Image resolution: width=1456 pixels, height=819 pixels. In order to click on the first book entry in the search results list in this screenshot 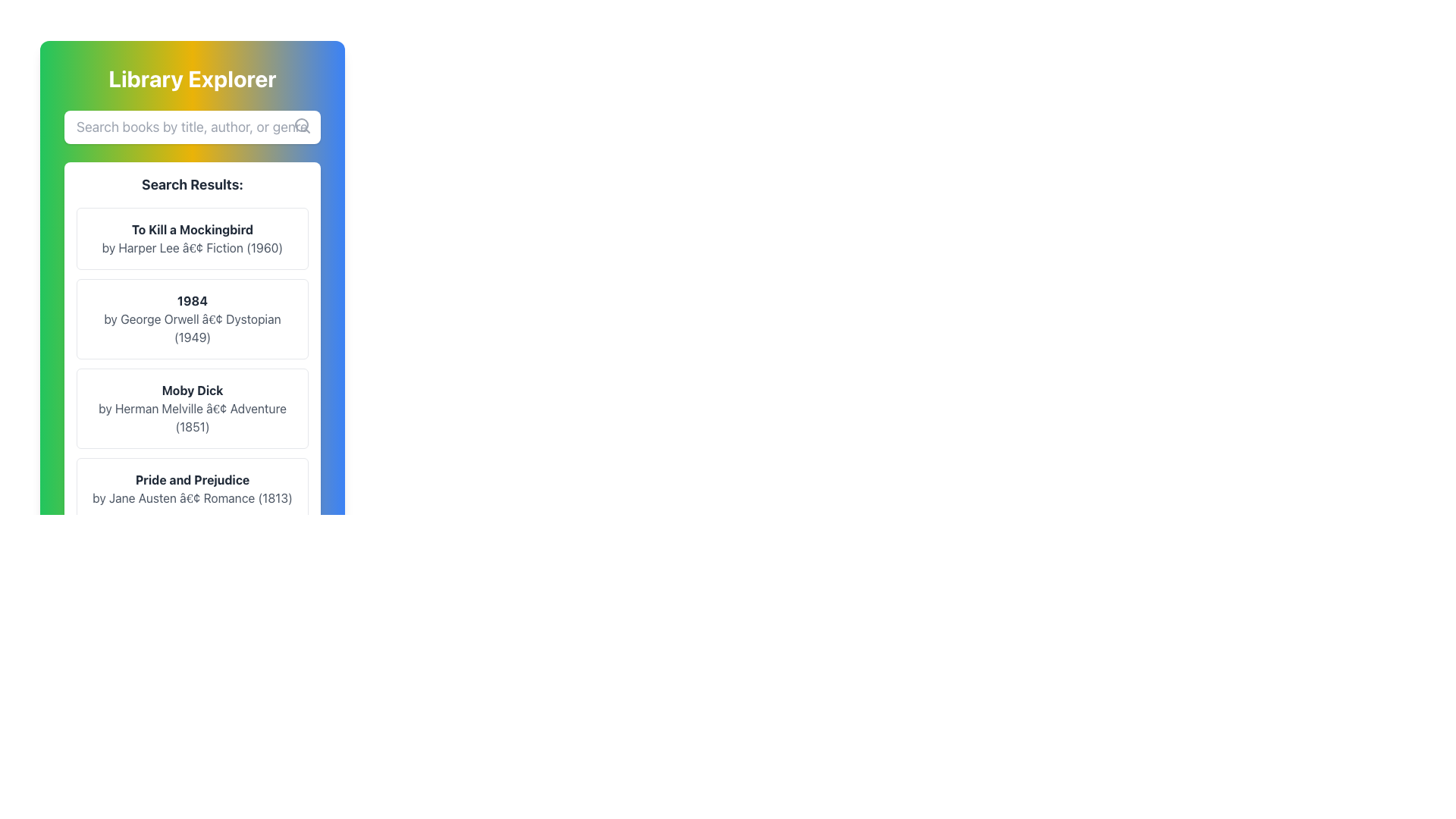, I will do `click(192, 239)`.